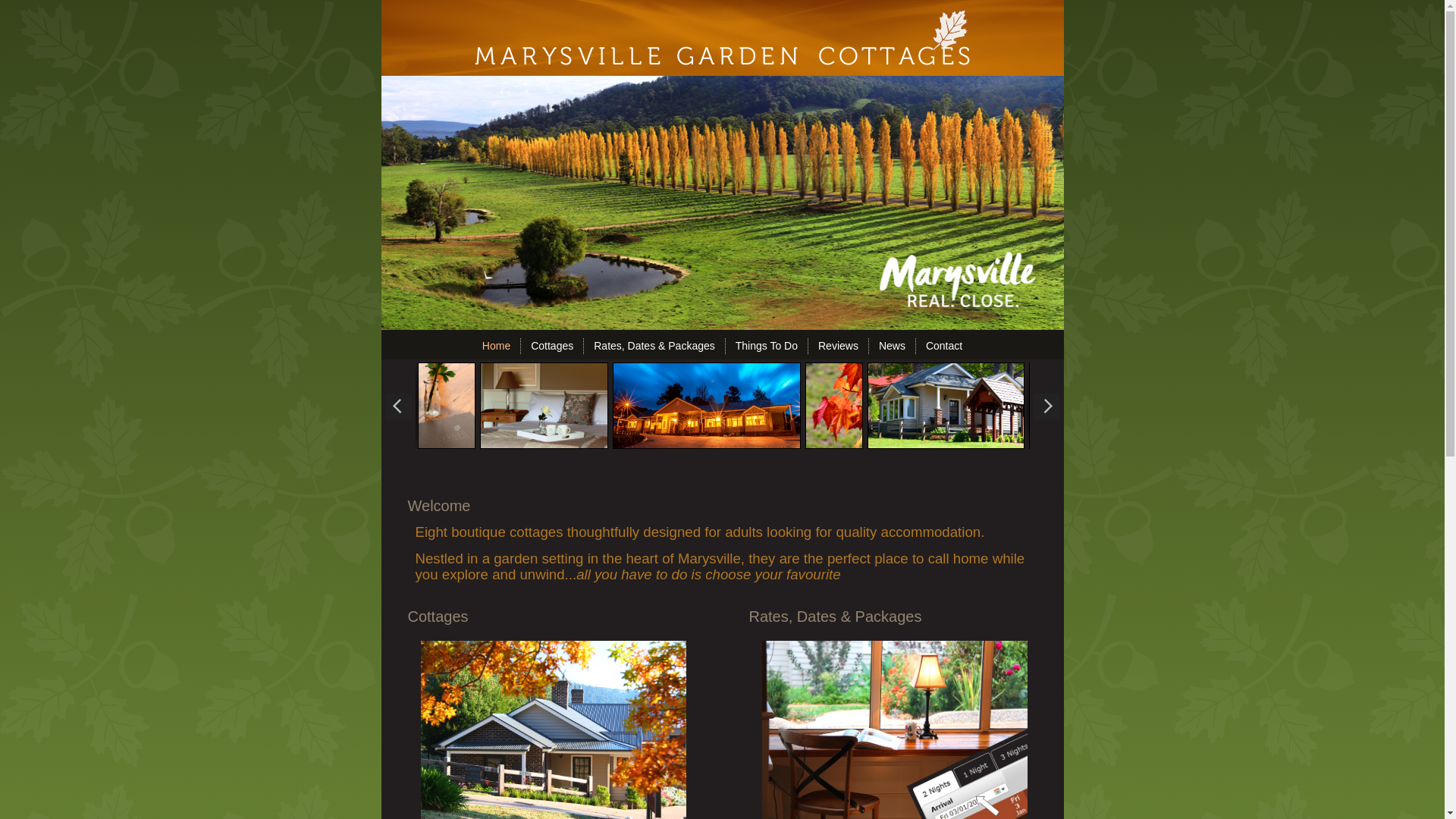  Describe the element at coordinates (729, 345) in the screenshot. I see `'Things To Do'` at that location.